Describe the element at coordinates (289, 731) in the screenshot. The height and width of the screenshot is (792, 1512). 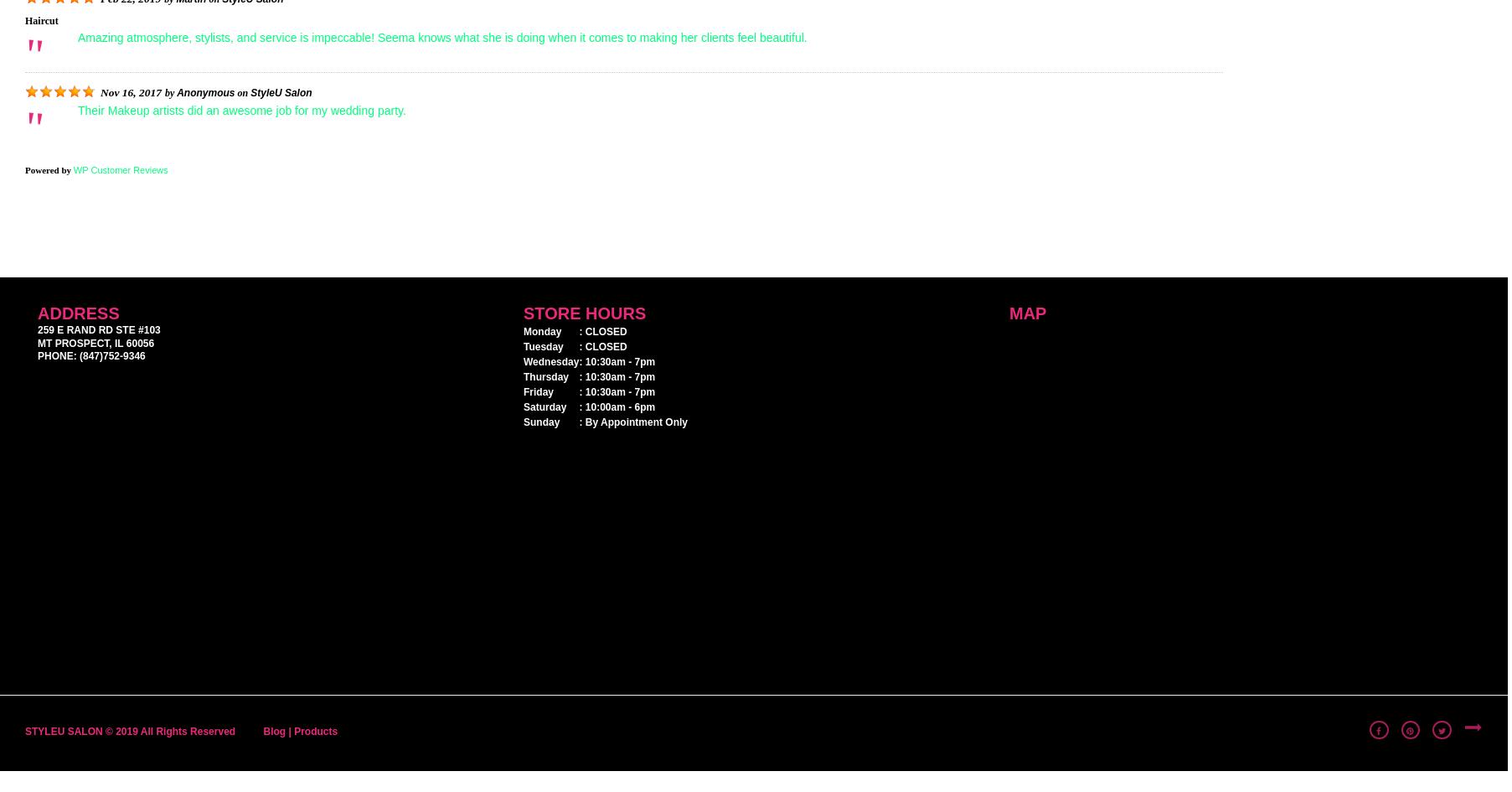
I see `'|'` at that location.